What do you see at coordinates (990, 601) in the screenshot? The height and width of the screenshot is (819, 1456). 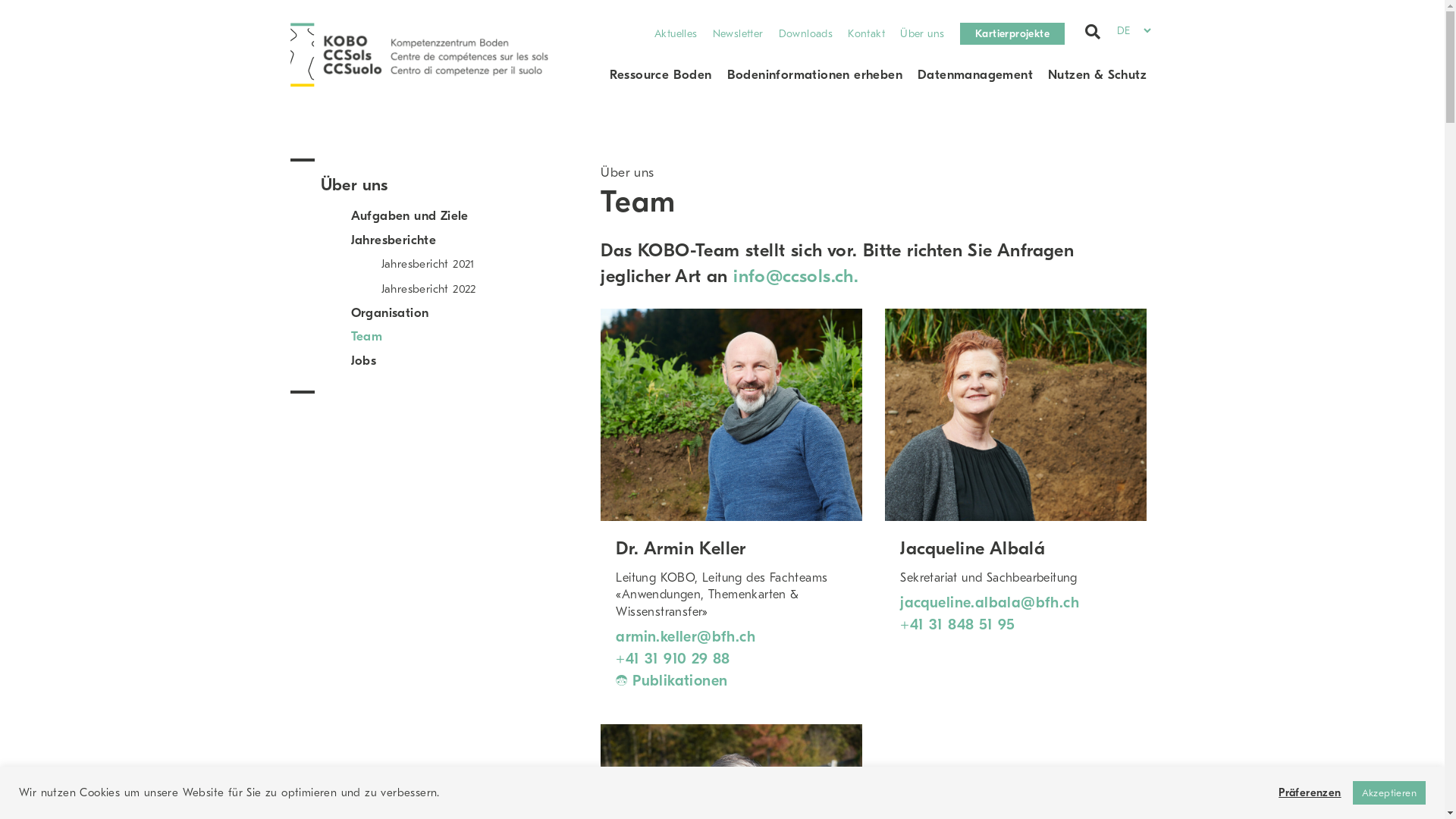 I see `'jacqueline.albala@bfh.ch'` at bounding box center [990, 601].